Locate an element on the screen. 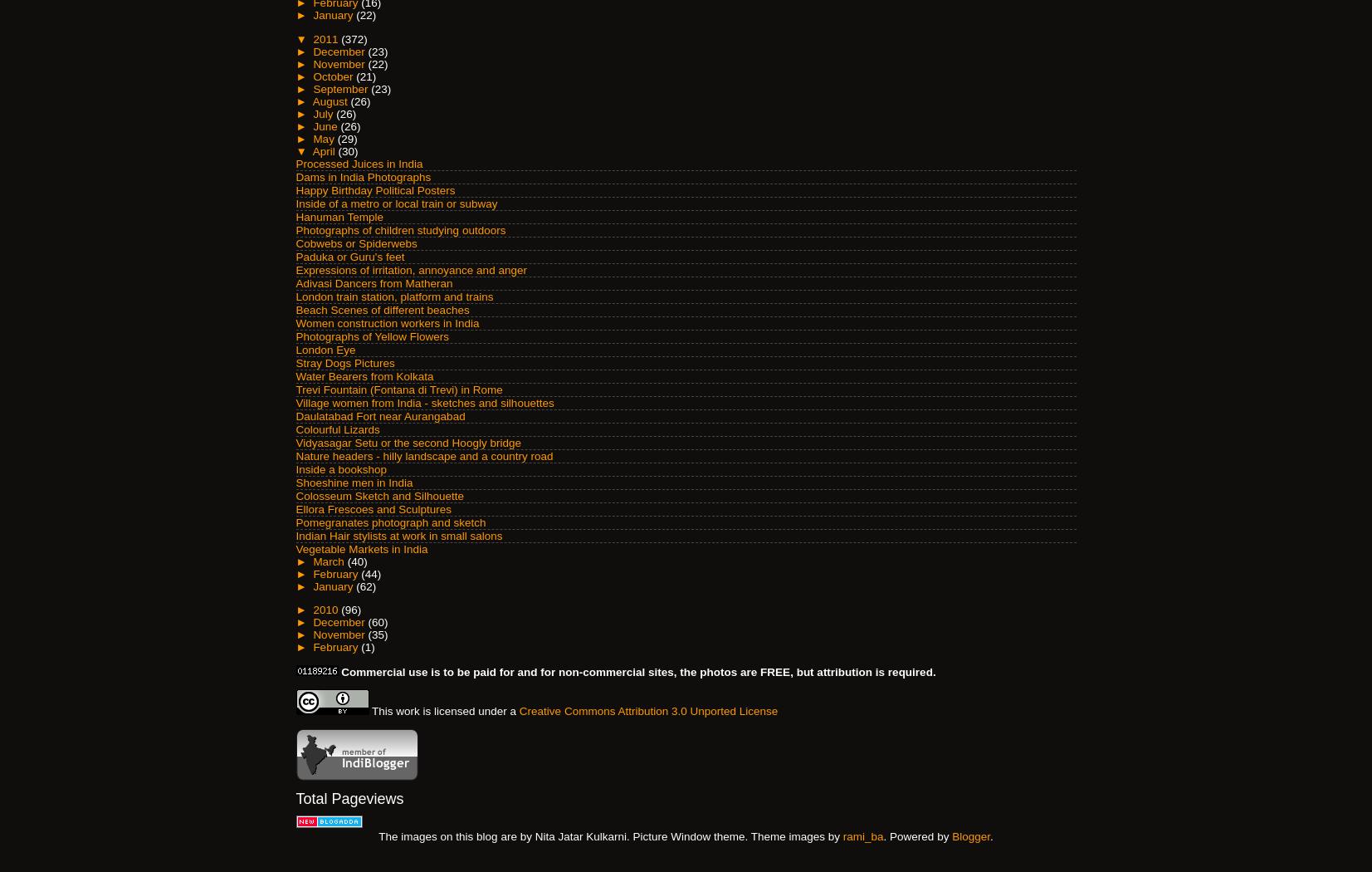  'rami_ba' is located at coordinates (862, 835).